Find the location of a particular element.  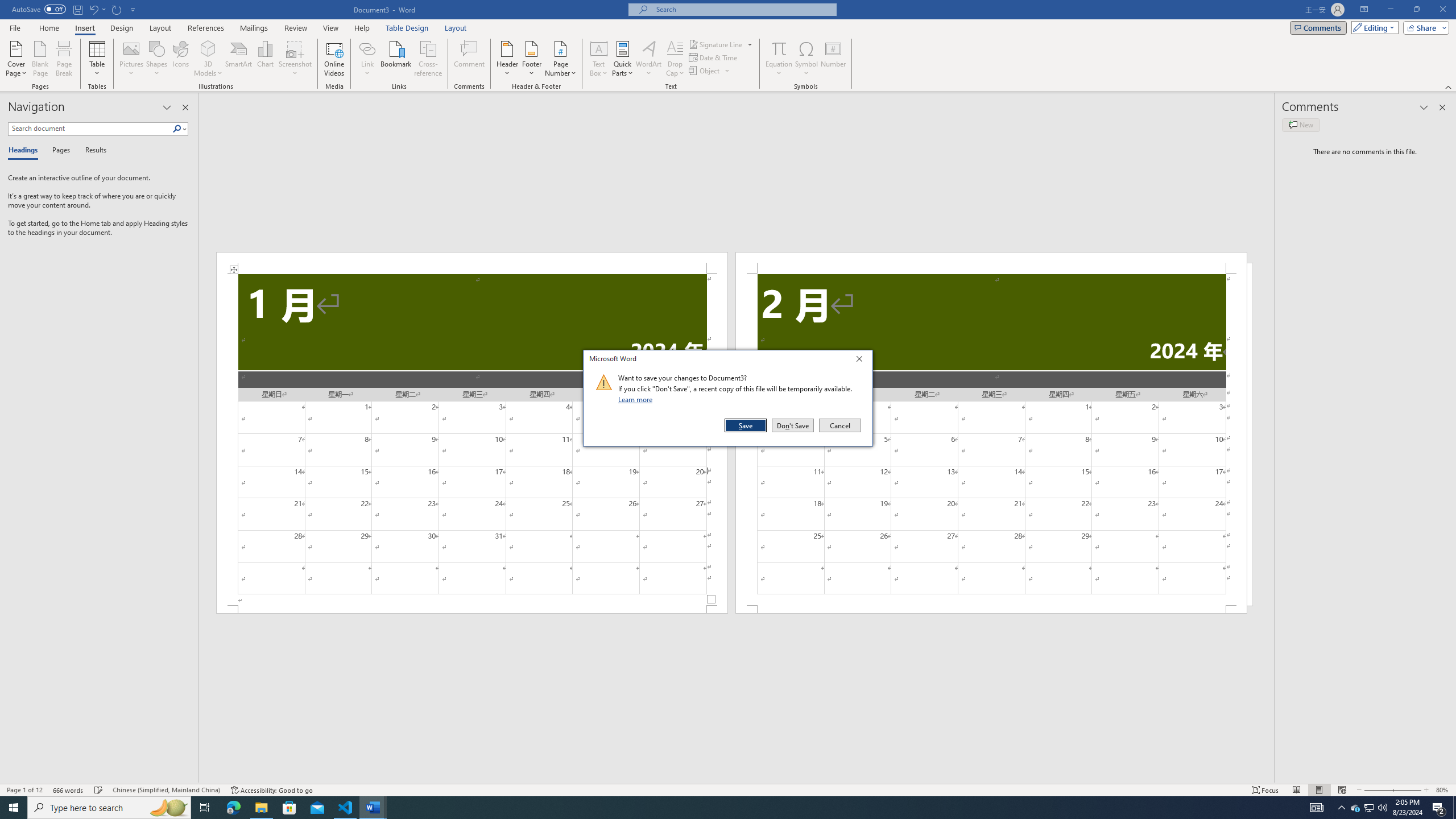

'Headings' is located at coordinates (25, 150).